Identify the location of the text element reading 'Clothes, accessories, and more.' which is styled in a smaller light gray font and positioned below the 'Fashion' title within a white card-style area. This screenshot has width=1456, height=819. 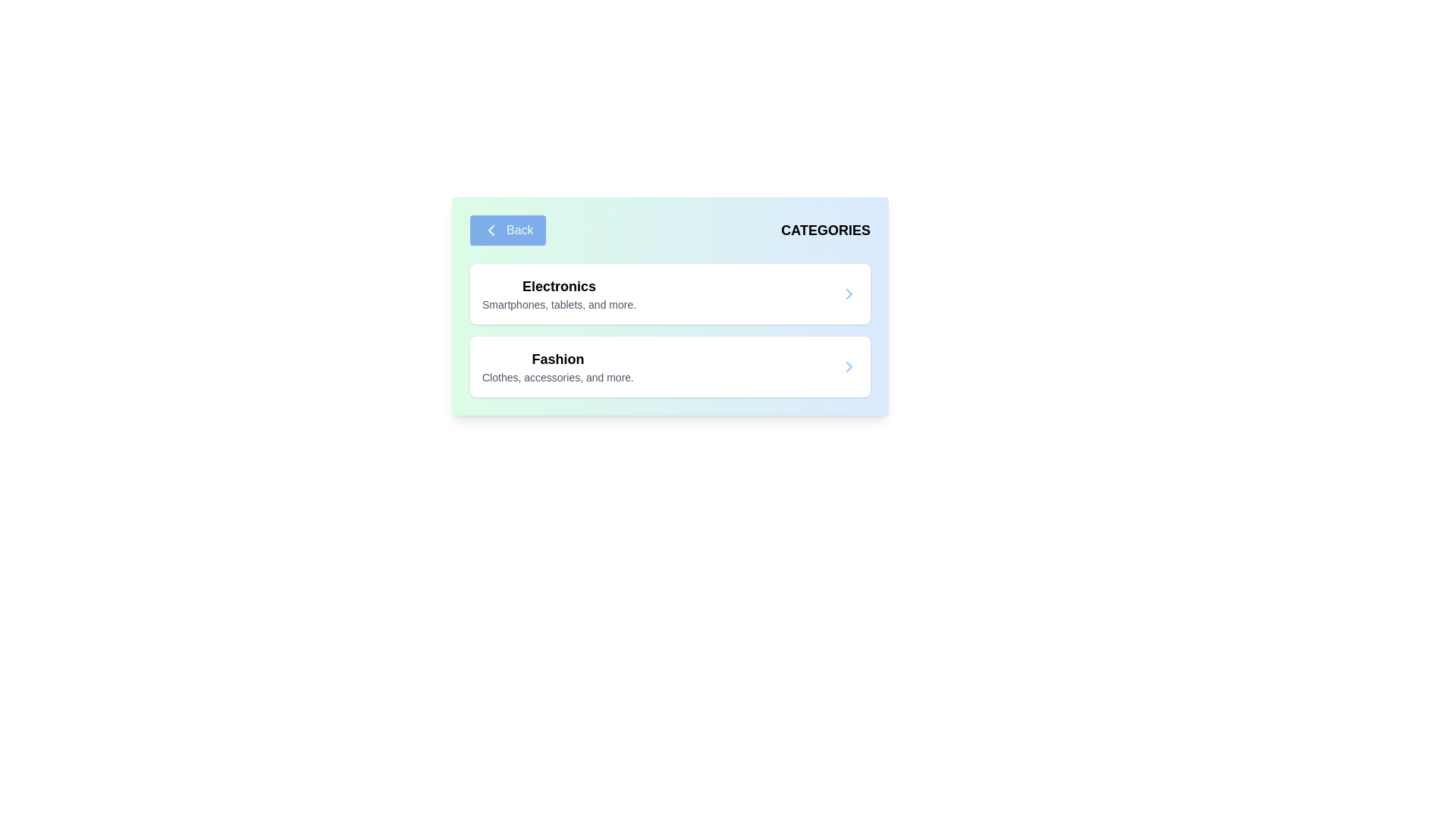
(557, 376).